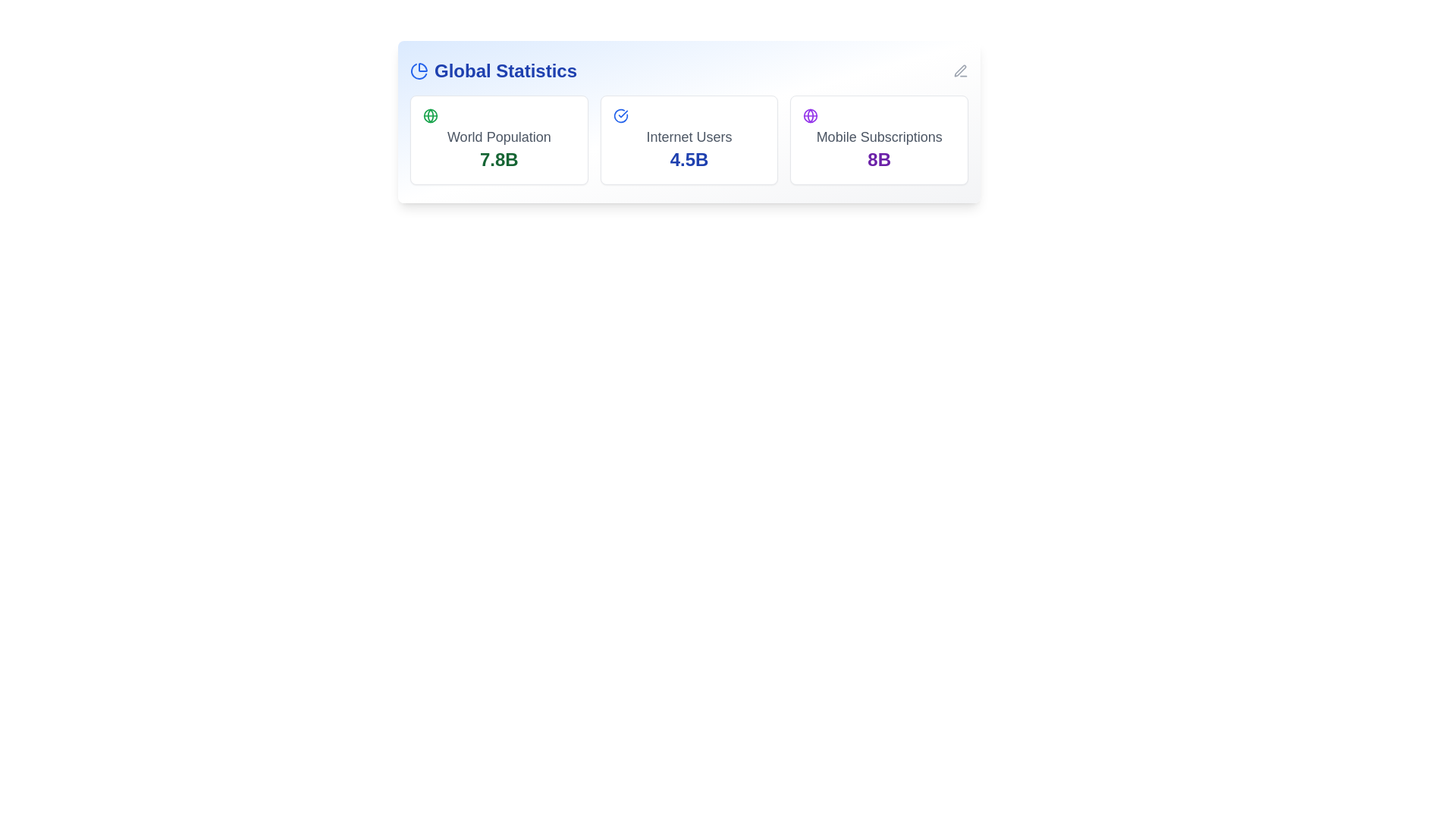  Describe the element at coordinates (419, 71) in the screenshot. I see `pie chart icon, which is styled with a blue circular outline and distinct sectors, located to the far left of the 'Global Statistics' section header` at that location.